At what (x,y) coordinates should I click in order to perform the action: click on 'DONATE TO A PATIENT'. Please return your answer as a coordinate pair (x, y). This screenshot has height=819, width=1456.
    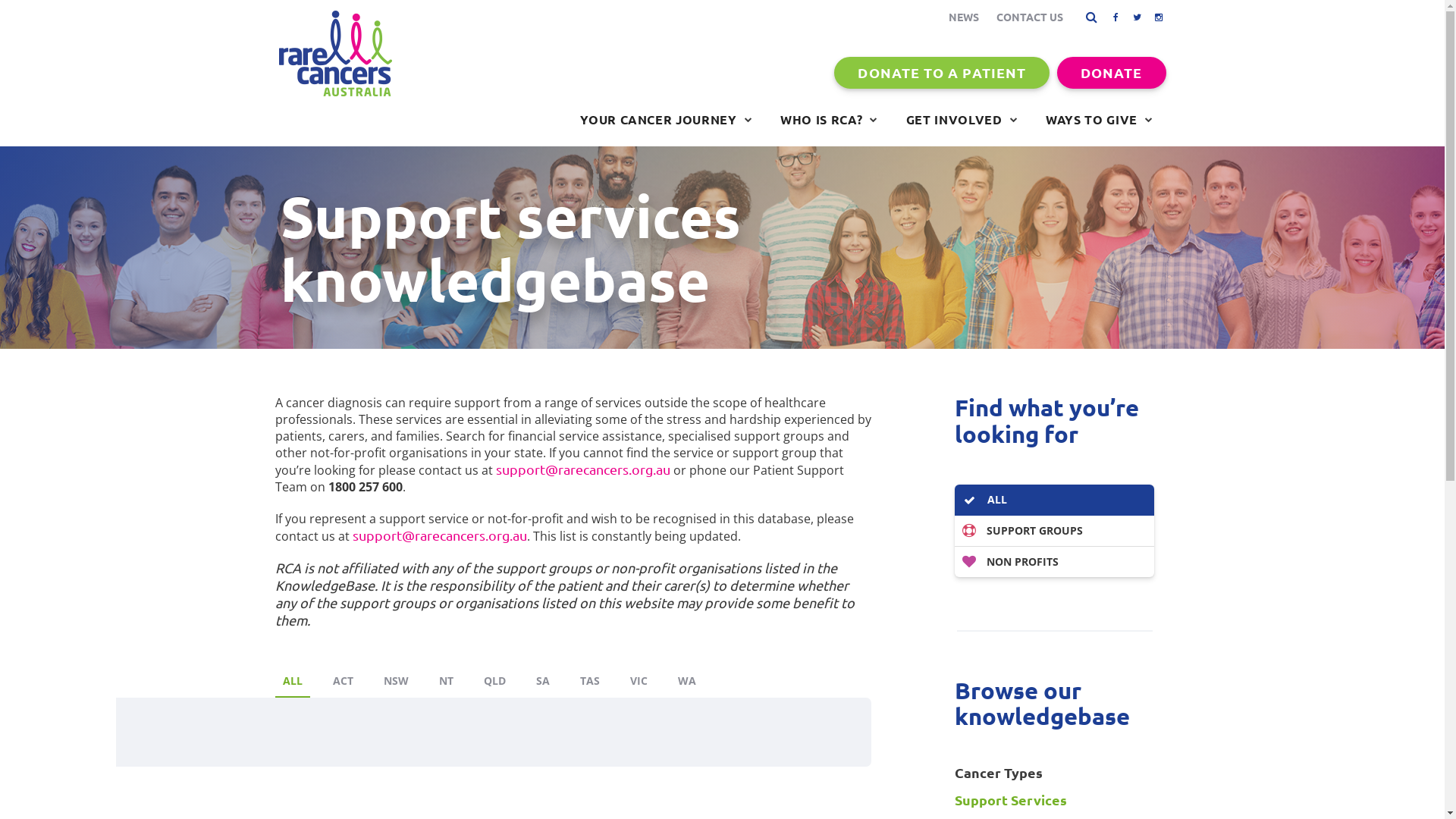
    Looking at the image, I should click on (941, 73).